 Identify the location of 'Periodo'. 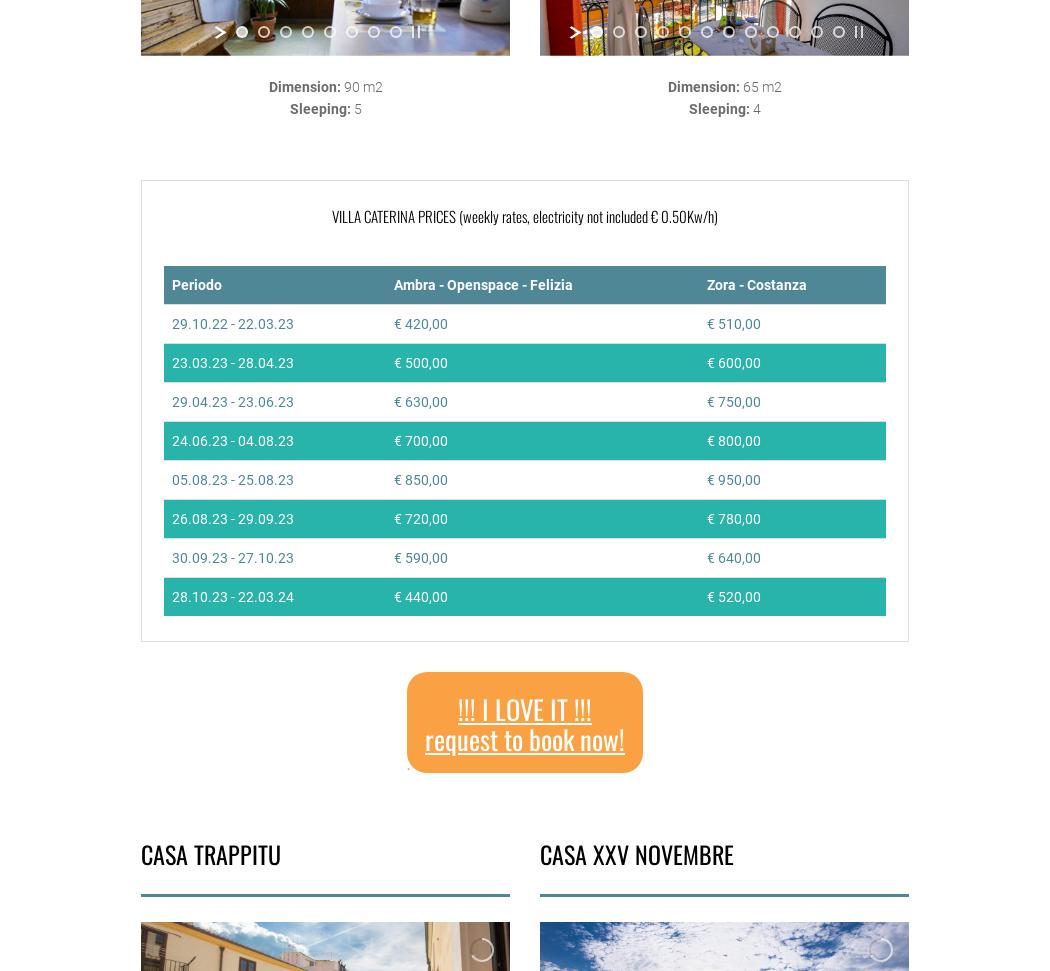
(195, 283).